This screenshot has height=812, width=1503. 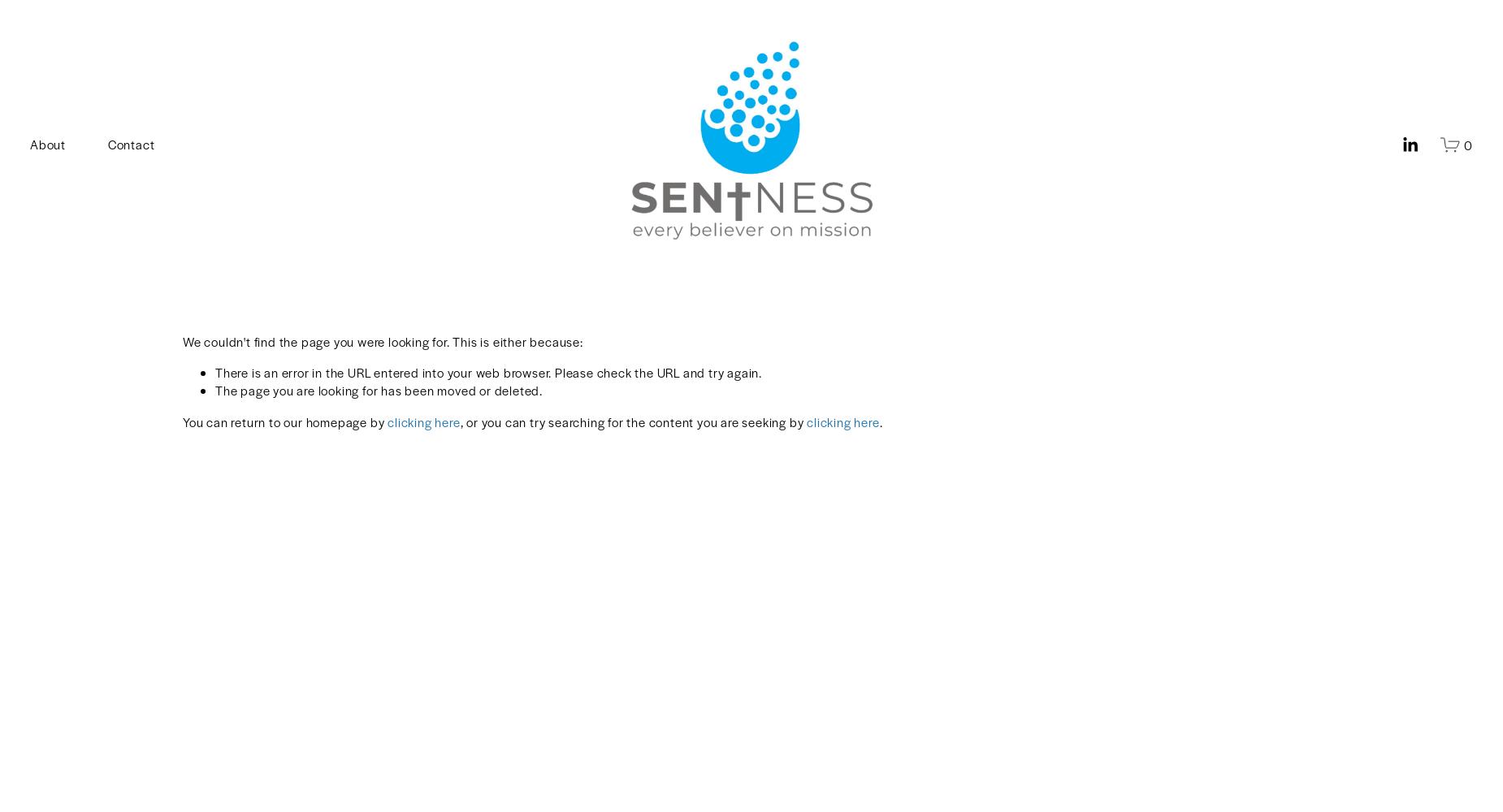 What do you see at coordinates (633, 421) in the screenshot?
I see `', or you can try searching for the
  content you are seeking by'` at bounding box center [633, 421].